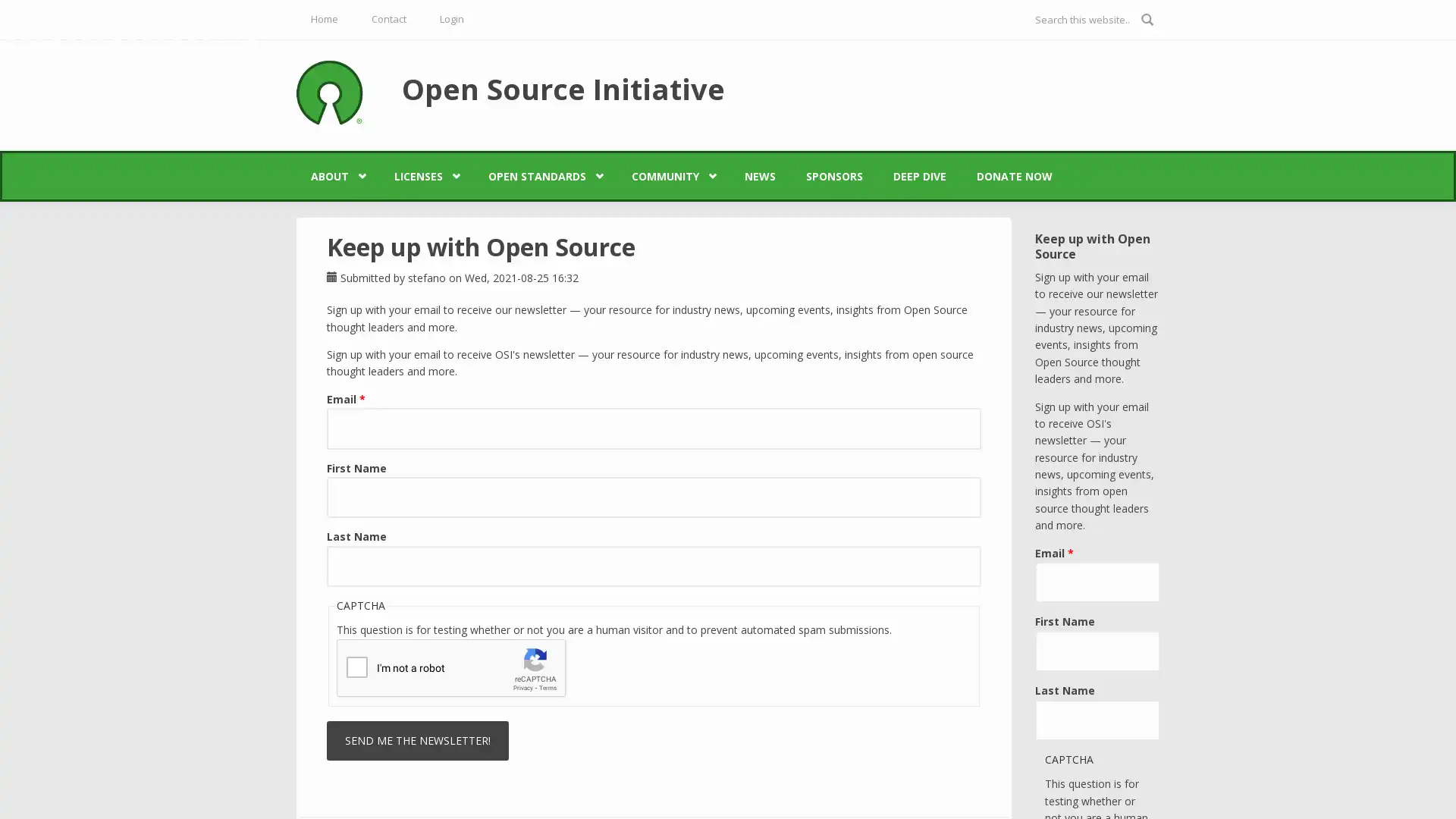 The height and width of the screenshot is (819, 1456). What do you see at coordinates (418, 739) in the screenshot?
I see `Send me the newsletter!` at bounding box center [418, 739].